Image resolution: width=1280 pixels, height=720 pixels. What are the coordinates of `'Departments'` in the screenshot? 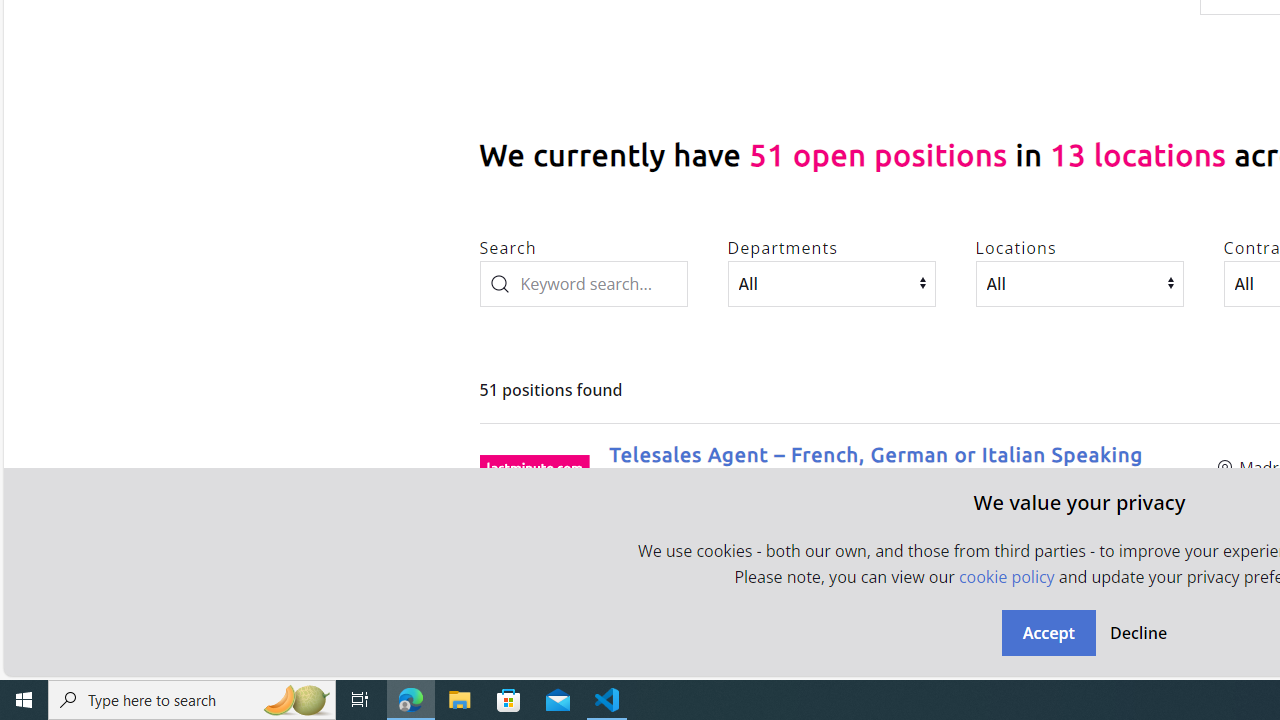 It's located at (831, 283).